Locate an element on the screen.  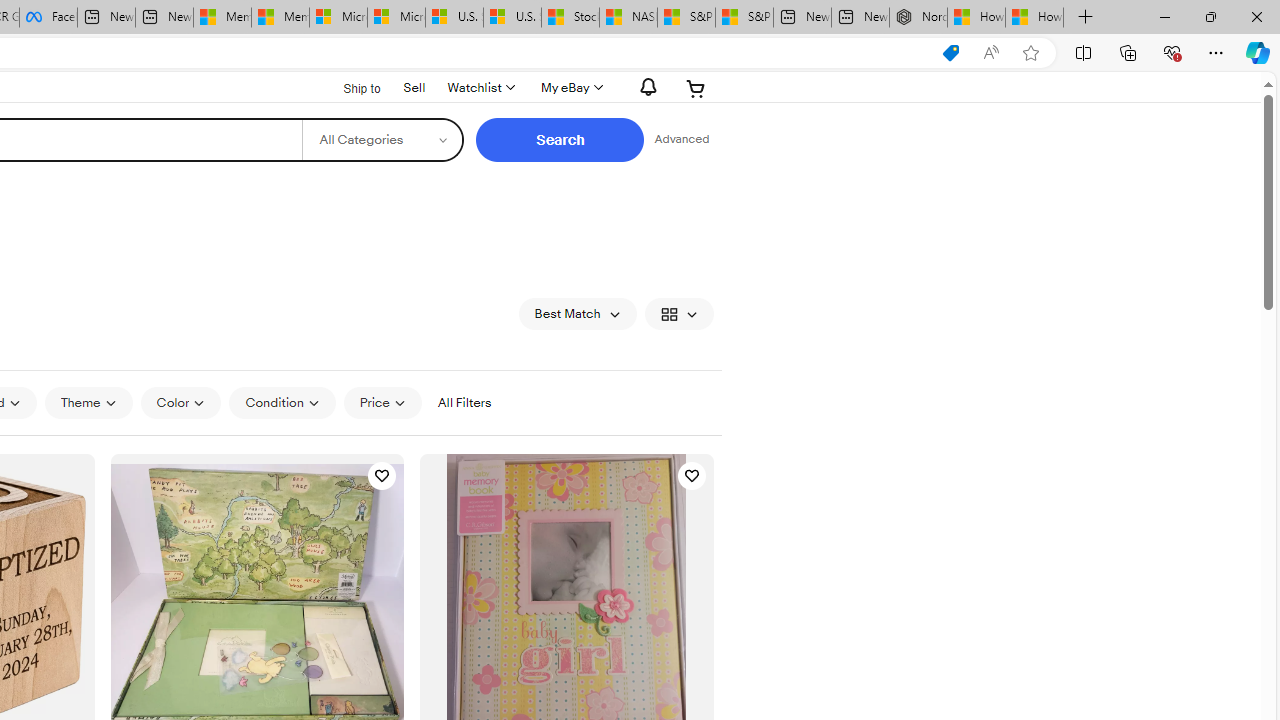
'All Filters' is located at coordinates (463, 402).